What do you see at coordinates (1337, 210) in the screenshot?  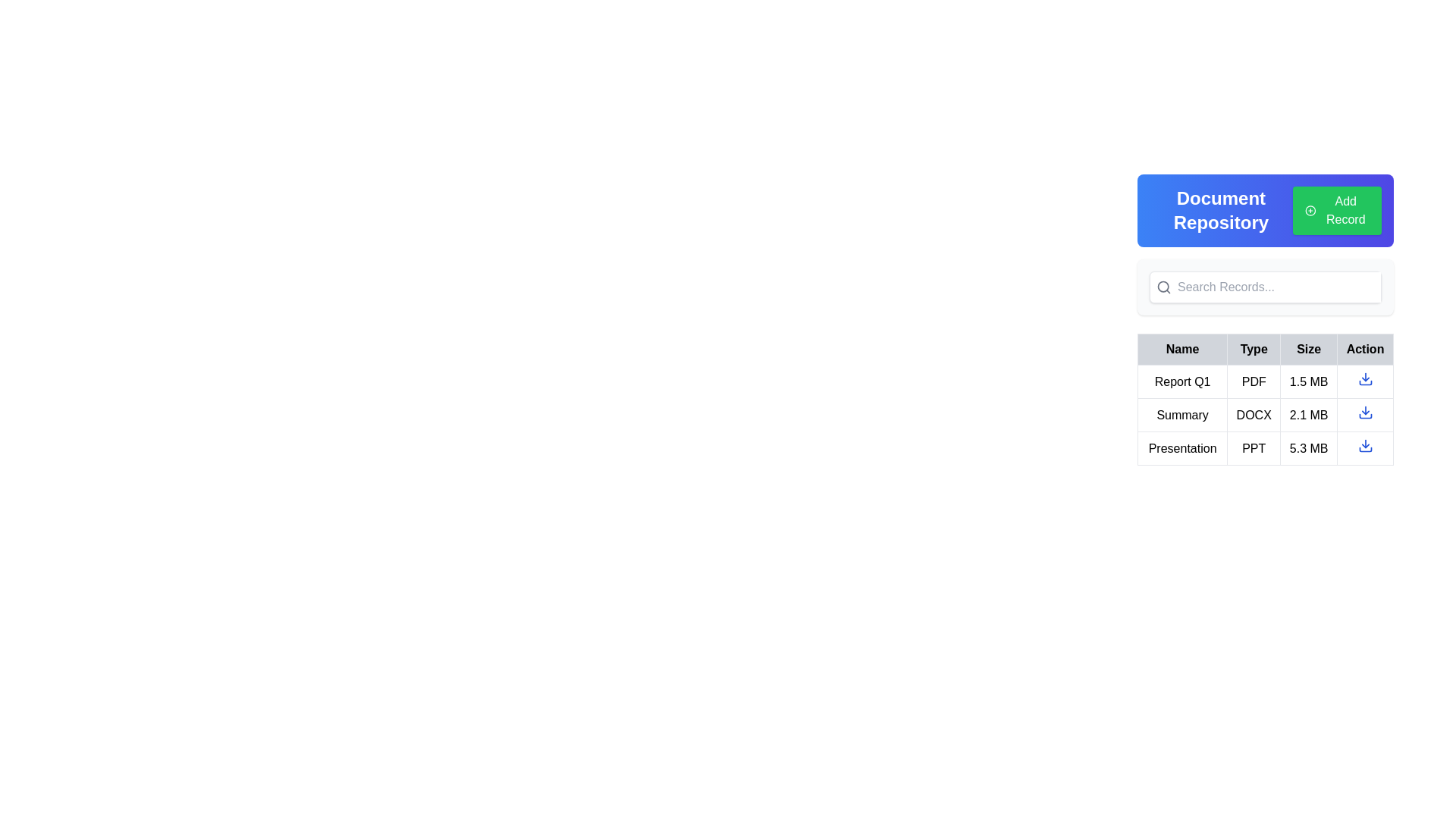 I see `the green rectangular button labeled 'Add Record'` at bounding box center [1337, 210].